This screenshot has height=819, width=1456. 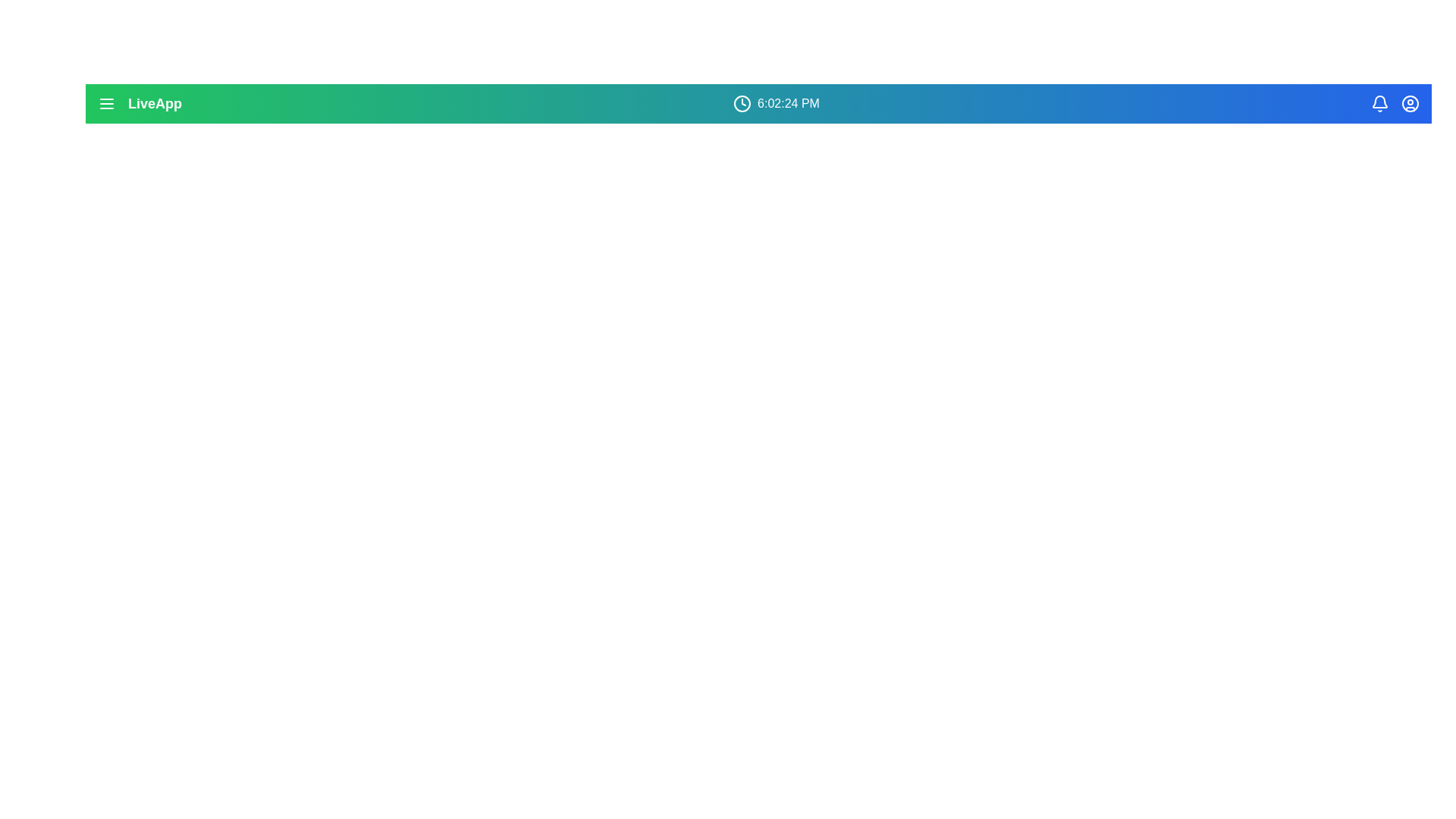 I want to click on the 'LiveApp' text, so click(x=139, y=103).